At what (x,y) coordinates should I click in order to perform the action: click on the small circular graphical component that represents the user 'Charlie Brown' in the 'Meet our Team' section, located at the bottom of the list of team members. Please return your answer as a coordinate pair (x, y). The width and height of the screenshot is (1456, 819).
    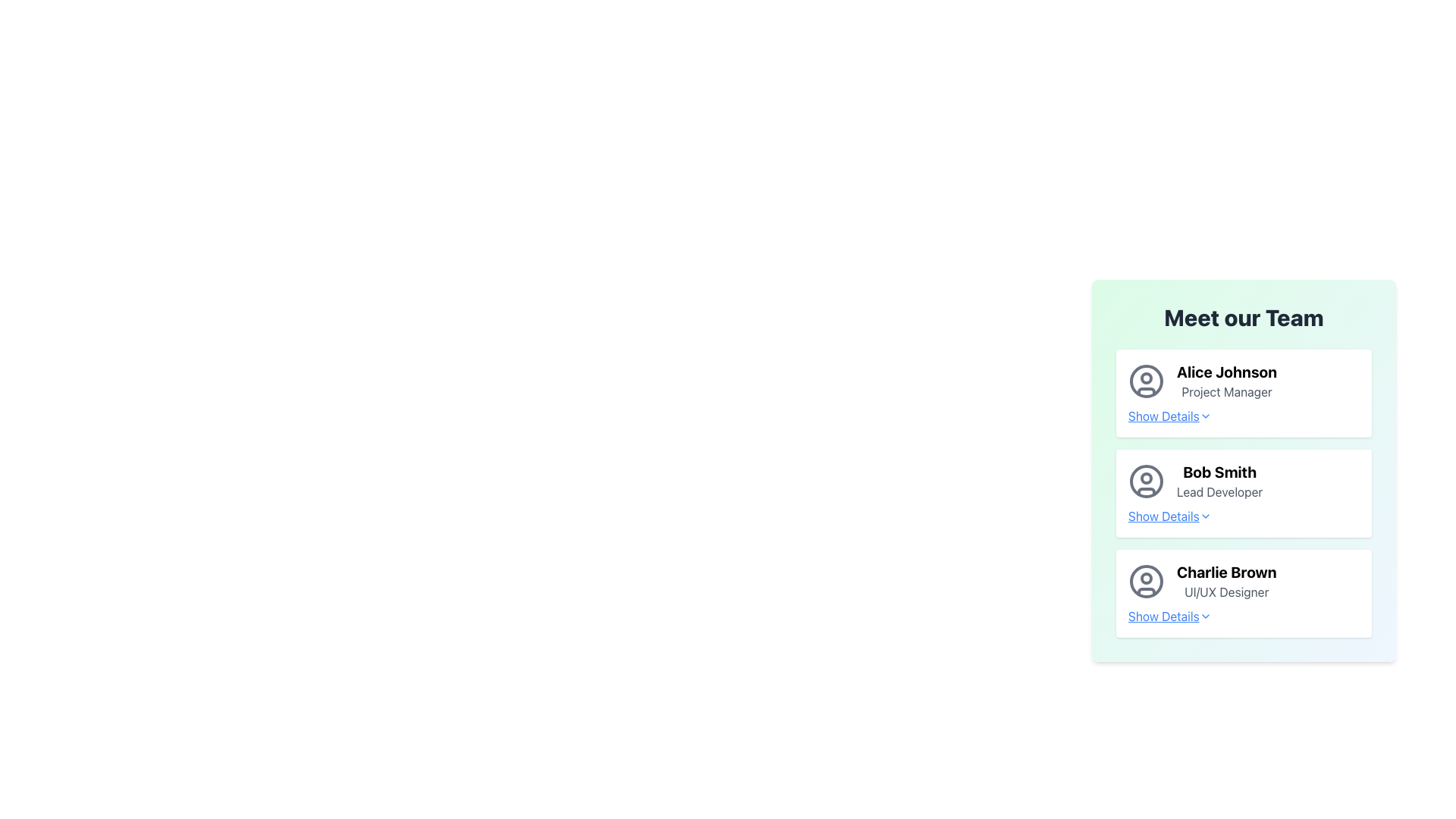
    Looking at the image, I should click on (1147, 579).